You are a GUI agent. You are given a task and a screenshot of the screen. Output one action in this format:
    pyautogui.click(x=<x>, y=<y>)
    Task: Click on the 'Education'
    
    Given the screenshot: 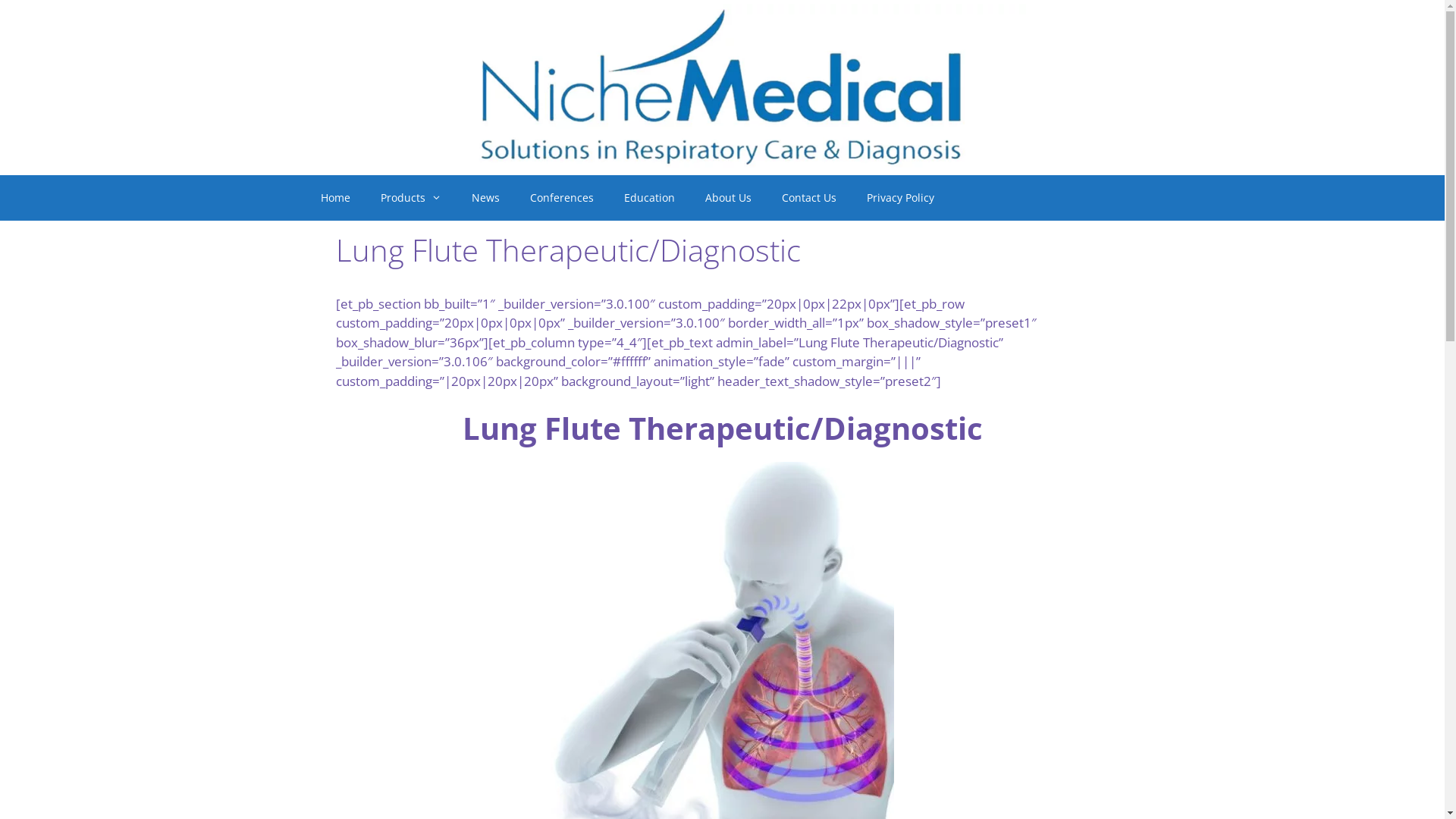 What is the action you would take?
    pyautogui.click(x=649, y=197)
    